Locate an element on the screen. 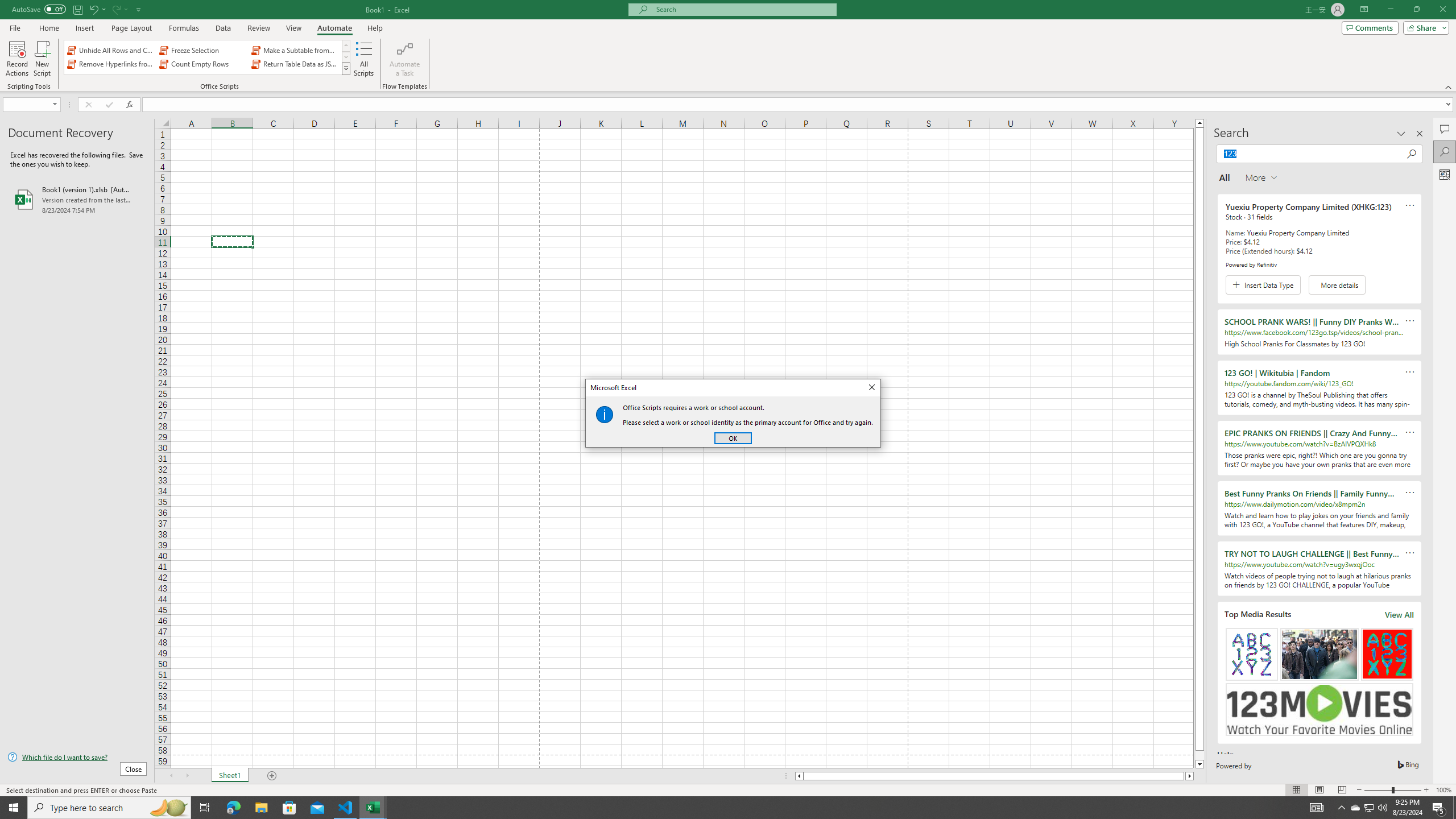 The width and height of the screenshot is (1456, 819). 'Notification Chevron' is located at coordinates (1342, 806).